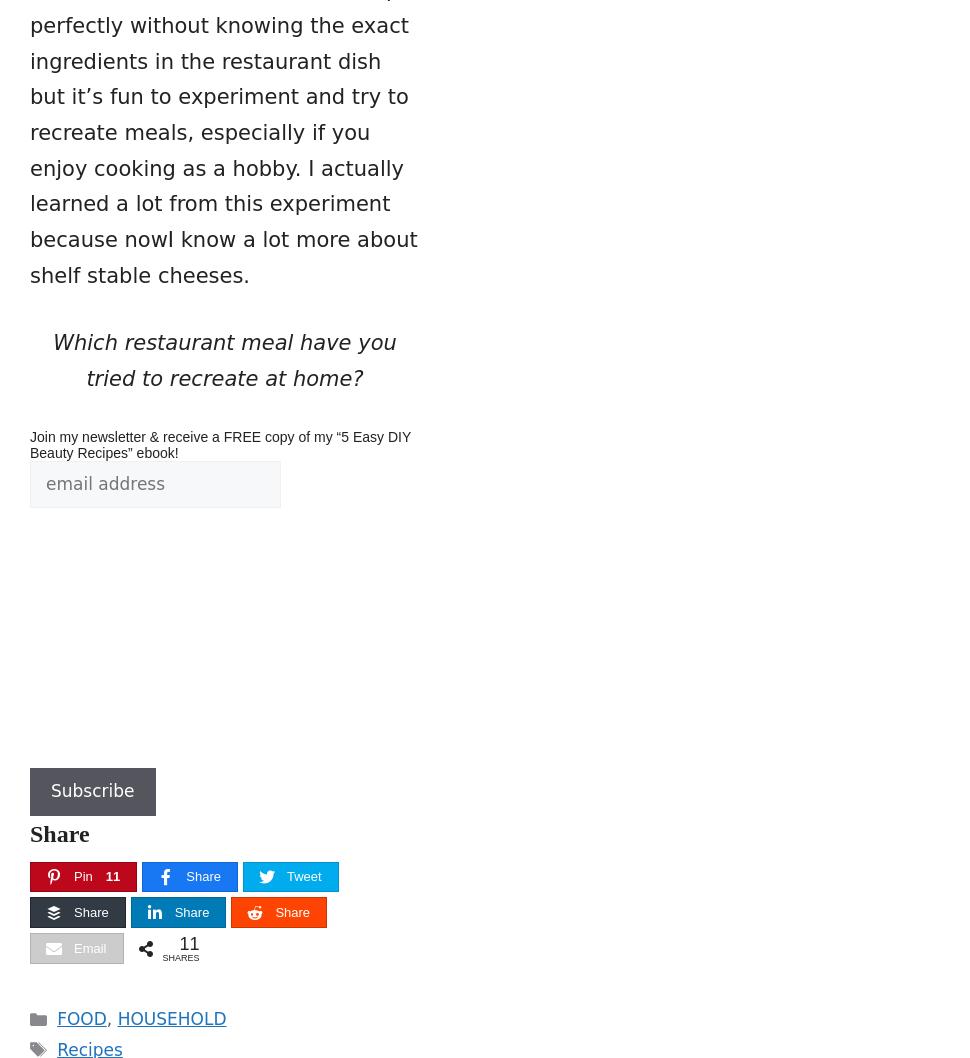 The width and height of the screenshot is (970, 1058). What do you see at coordinates (179, 958) in the screenshot?
I see `'Shares'` at bounding box center [179, 958].